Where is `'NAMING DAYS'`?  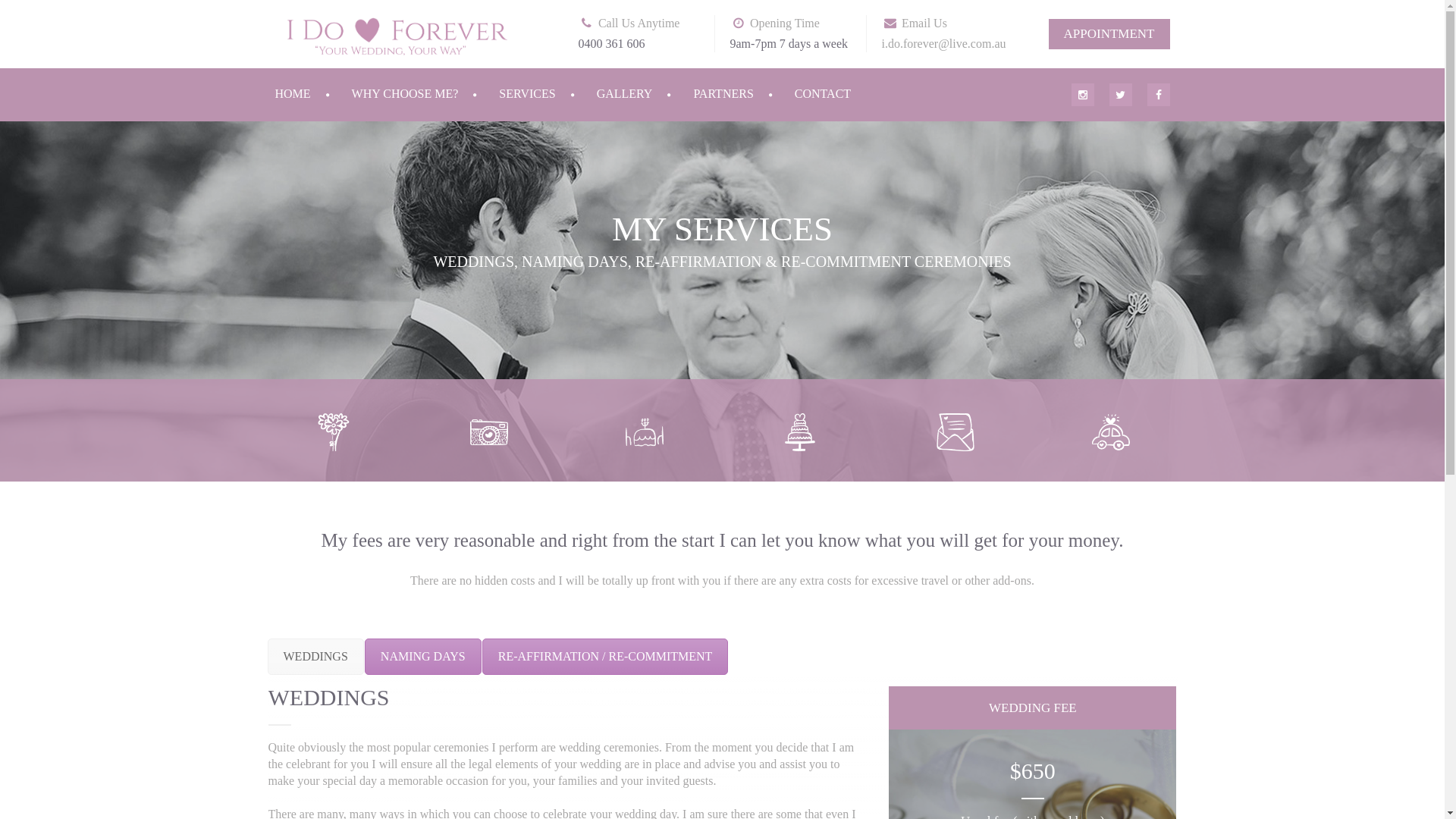 'NAMING DAYS' is located at coordinates (422, 656).